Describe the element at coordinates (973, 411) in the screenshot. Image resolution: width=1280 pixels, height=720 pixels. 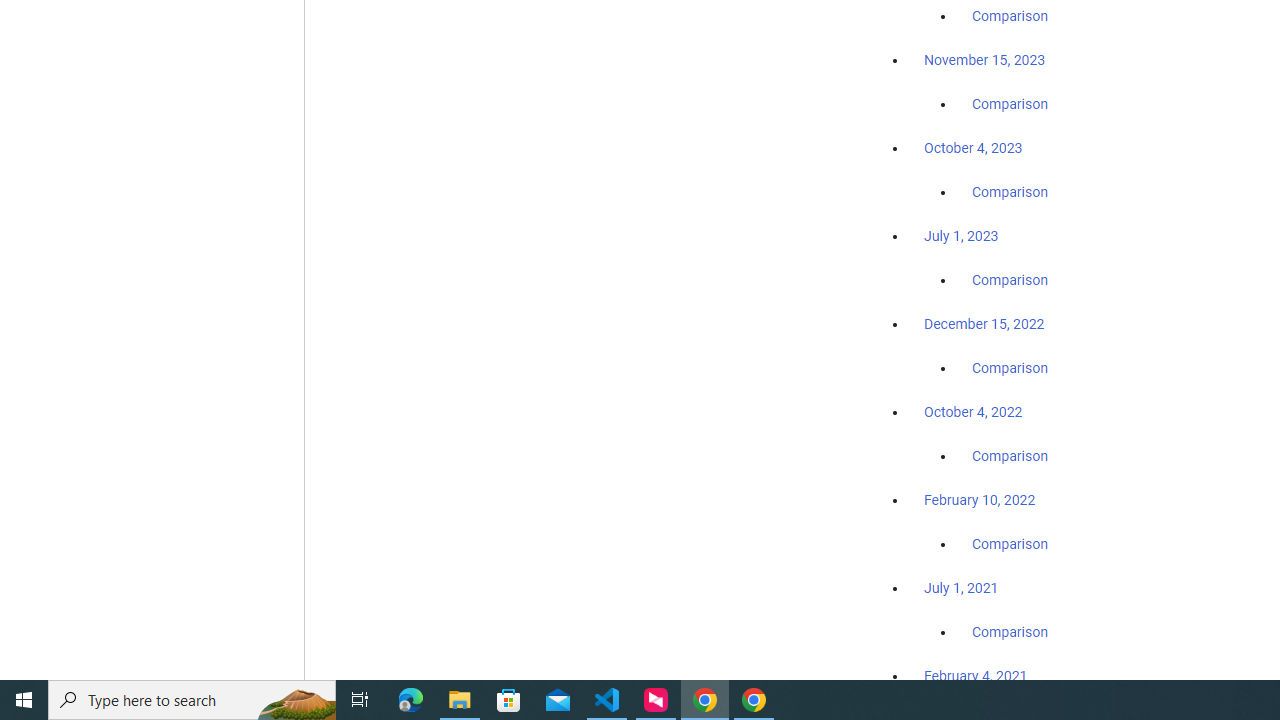
I see `'October 4, 2022'` at that location.